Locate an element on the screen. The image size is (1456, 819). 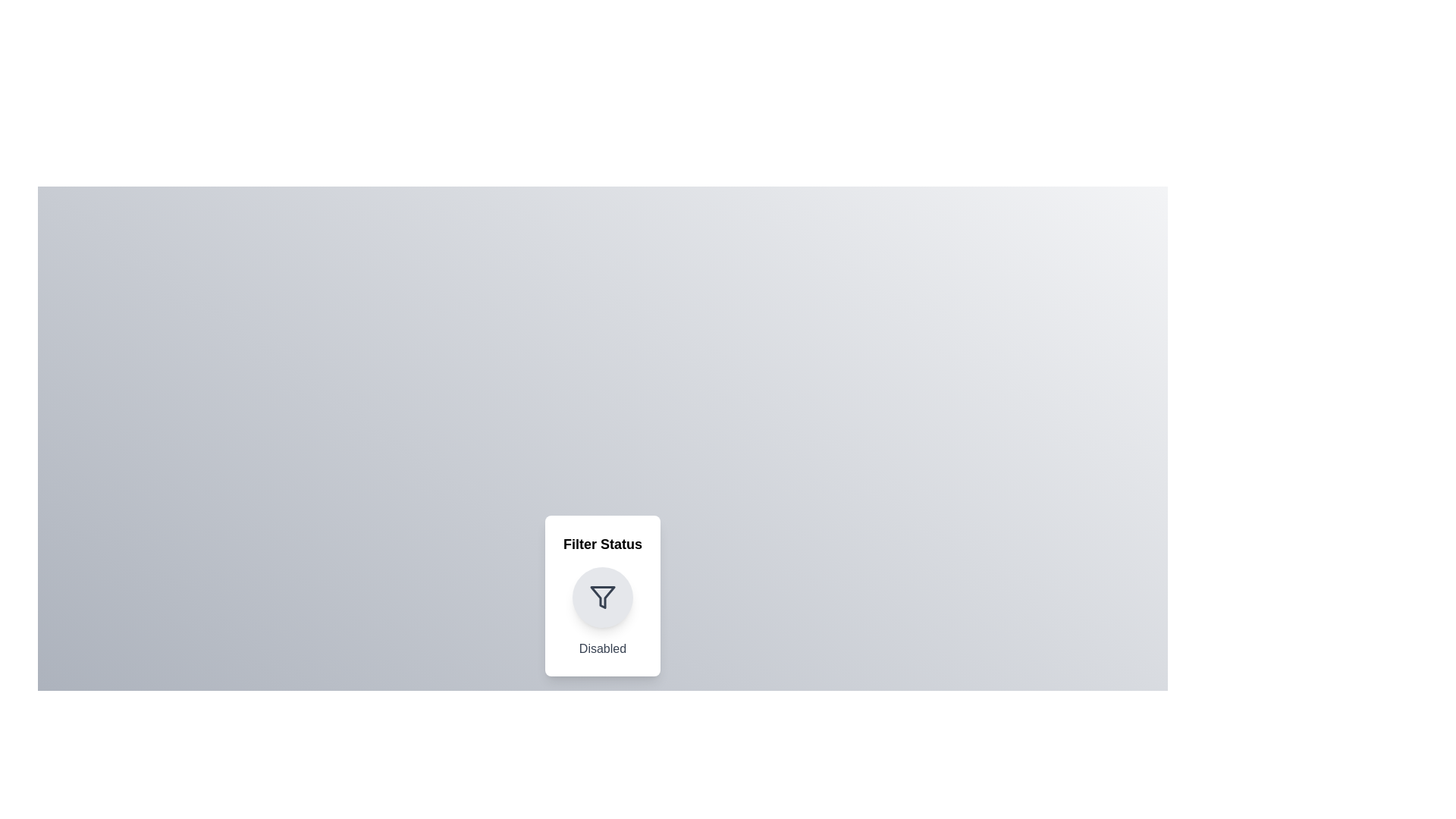
the toggle button to toggle the filter status is located at coordinates (602, 596).